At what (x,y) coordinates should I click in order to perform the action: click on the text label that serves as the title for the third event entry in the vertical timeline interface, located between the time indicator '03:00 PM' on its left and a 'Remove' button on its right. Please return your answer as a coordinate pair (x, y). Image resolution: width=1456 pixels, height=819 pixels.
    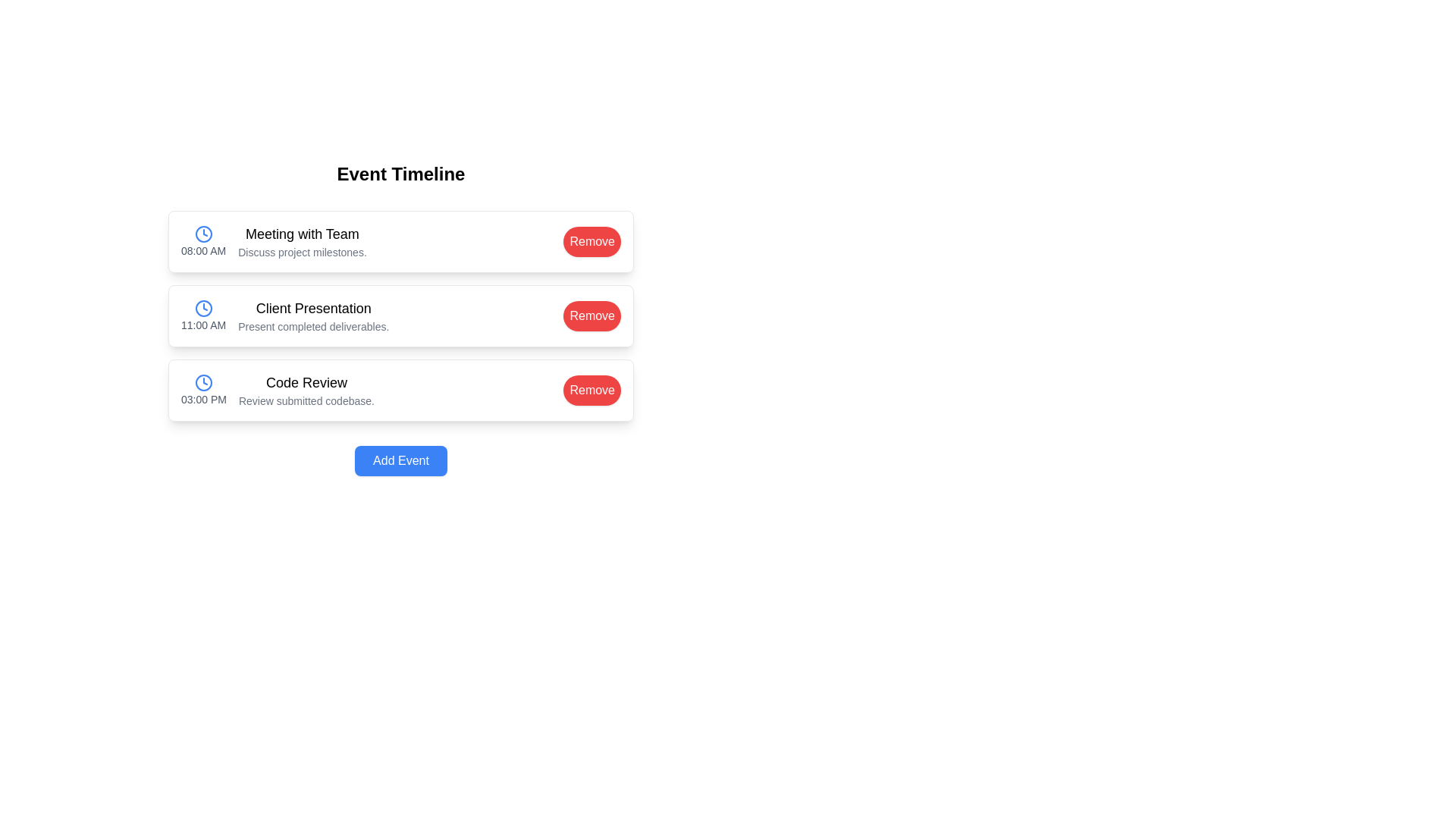
    Looking at the image, I should click on (306, 382).